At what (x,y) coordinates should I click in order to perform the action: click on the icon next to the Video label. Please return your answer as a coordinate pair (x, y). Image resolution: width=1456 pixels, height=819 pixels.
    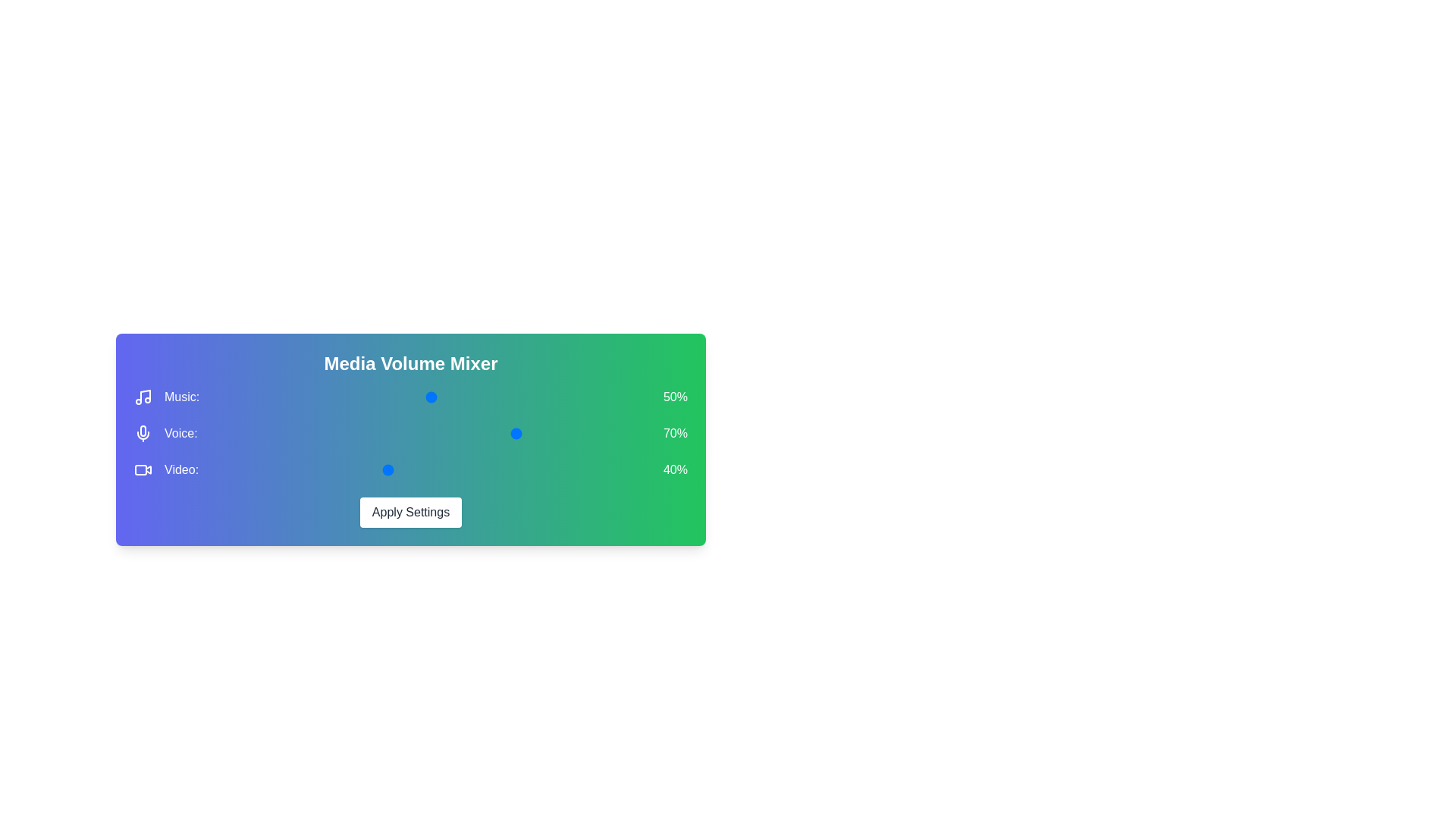
    Looking at the image, I should click on (143, 469).